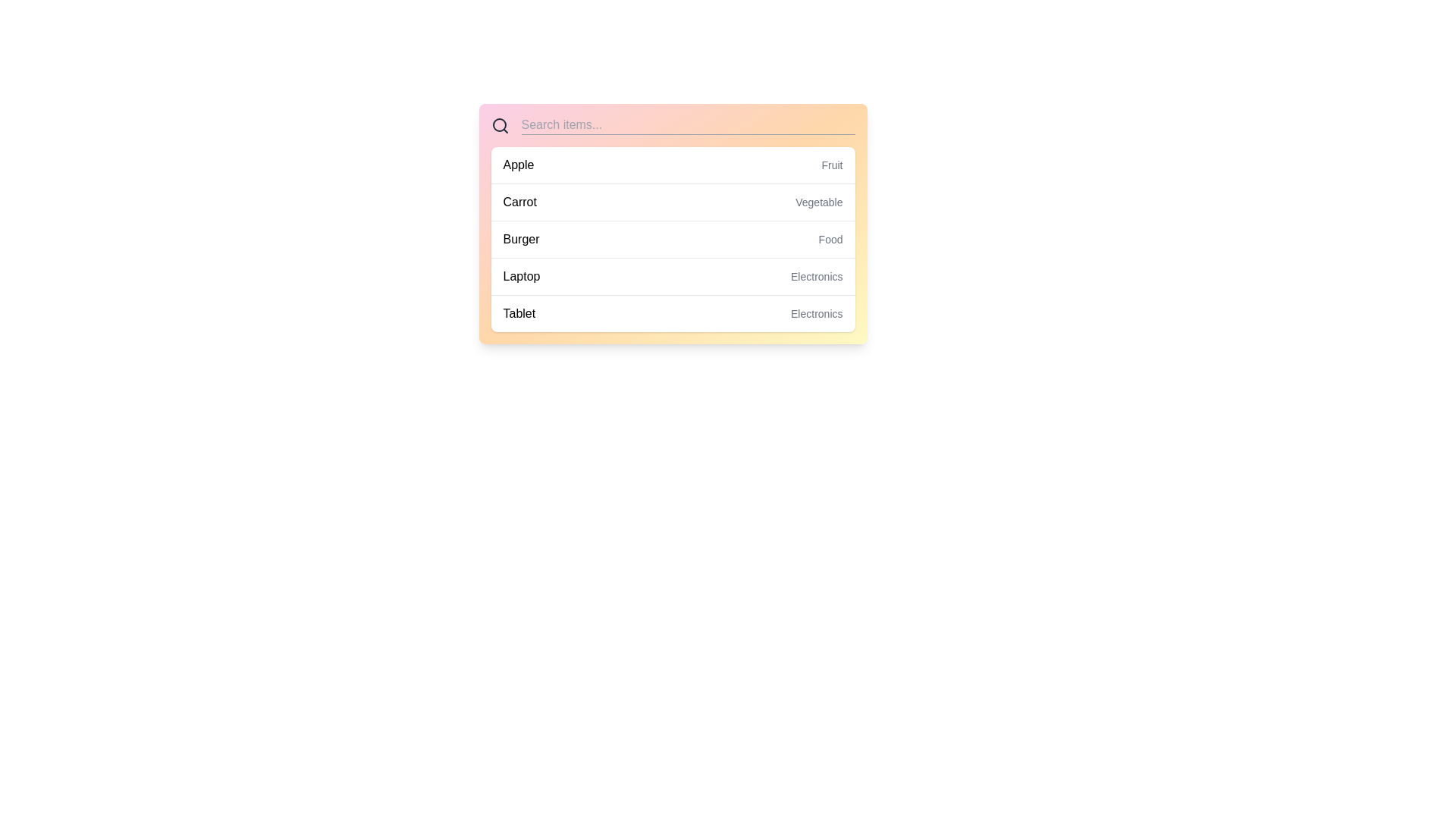  What do you see at coordinates (672, 276) in the screenshot?
I see `the fourth selectable item in the list, which is positioned between 'BurgerFood' above and 'TabletElectronics' below` at bounding box center [672, 276].